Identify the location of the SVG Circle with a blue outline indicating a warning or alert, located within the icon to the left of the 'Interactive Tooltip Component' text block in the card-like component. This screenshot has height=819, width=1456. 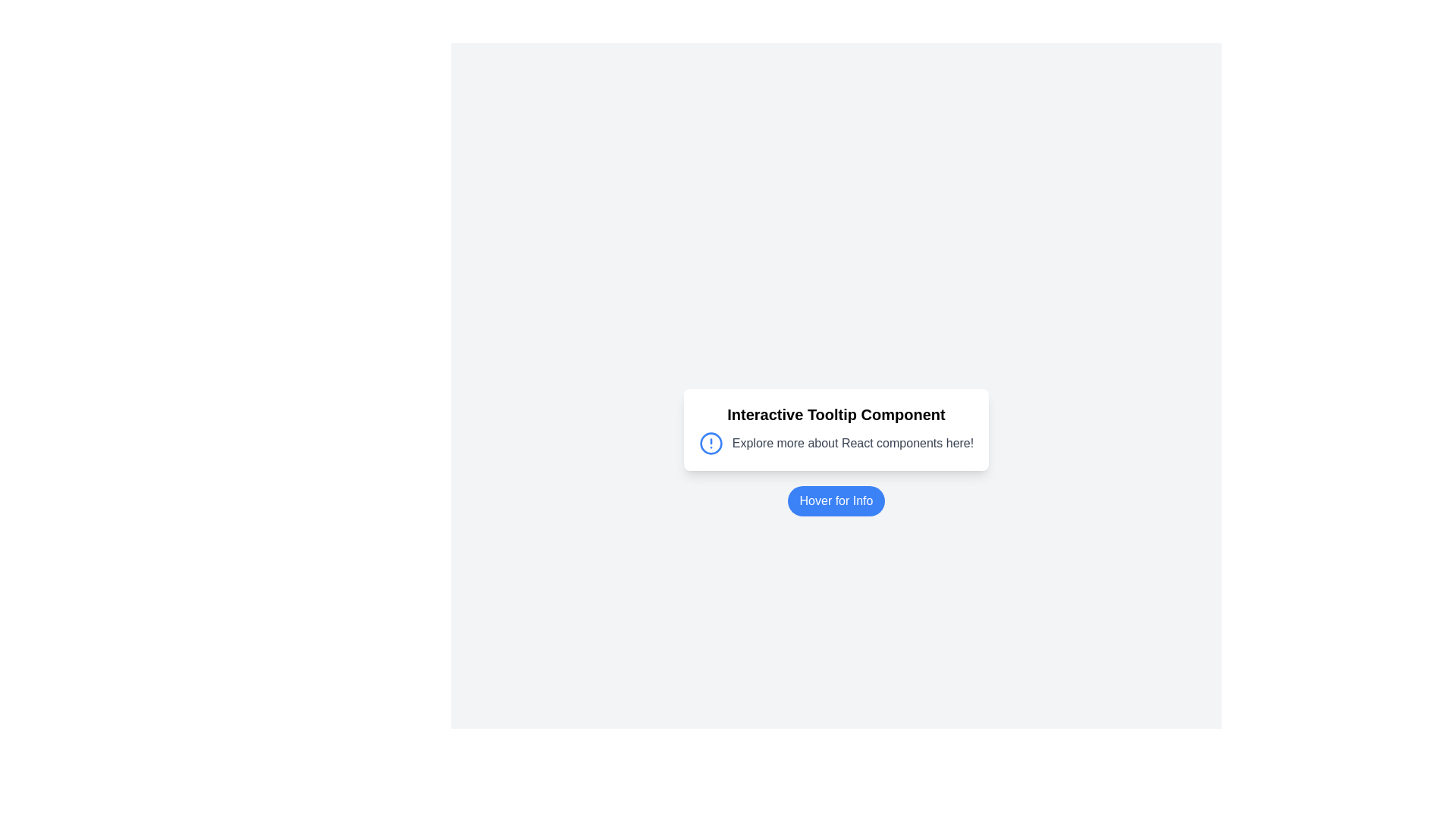
(710, 444).